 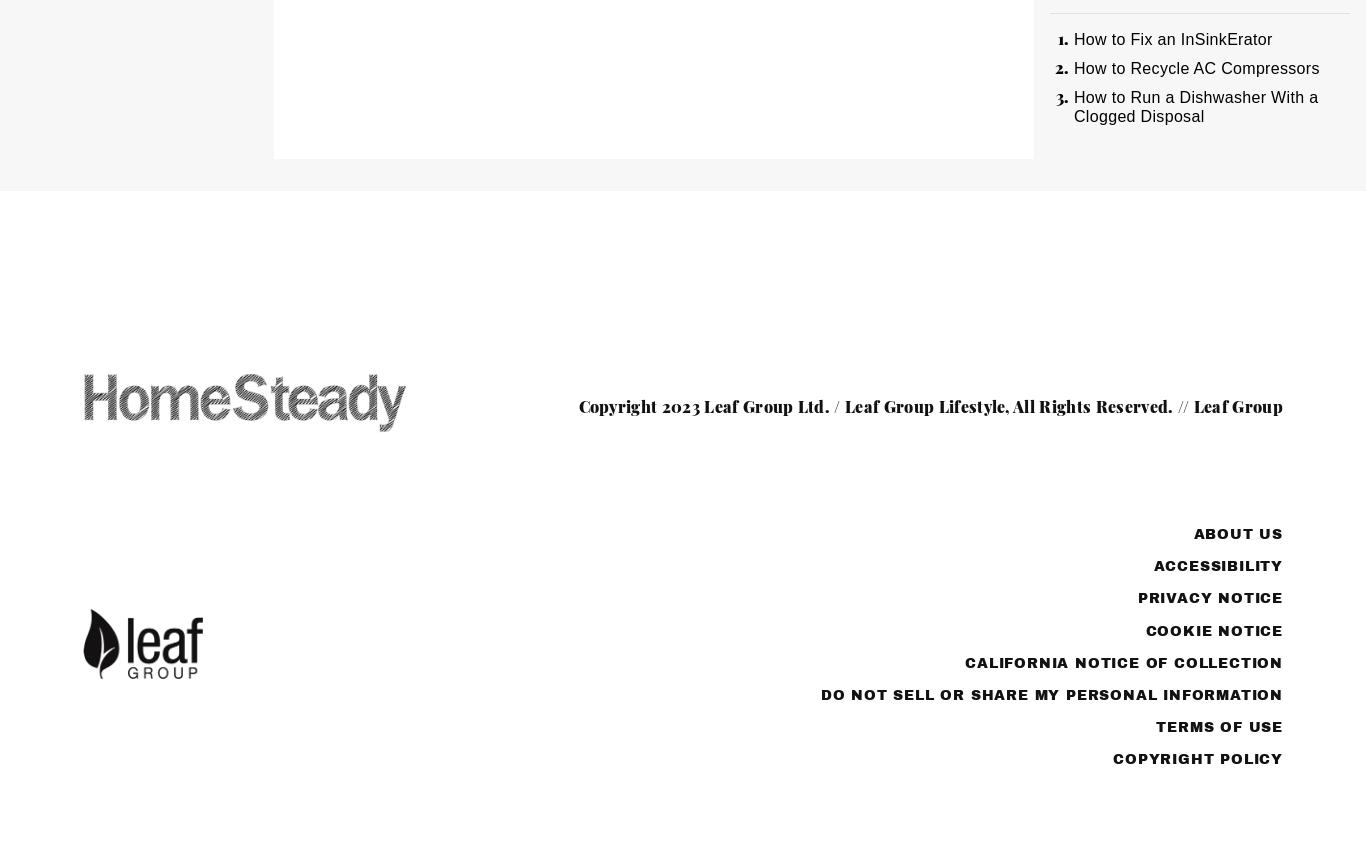 What do you see at coordinates (1122, 662) in the screenshot?
I see `'California Notice of Collection'` at bounding box center [1122, 662].